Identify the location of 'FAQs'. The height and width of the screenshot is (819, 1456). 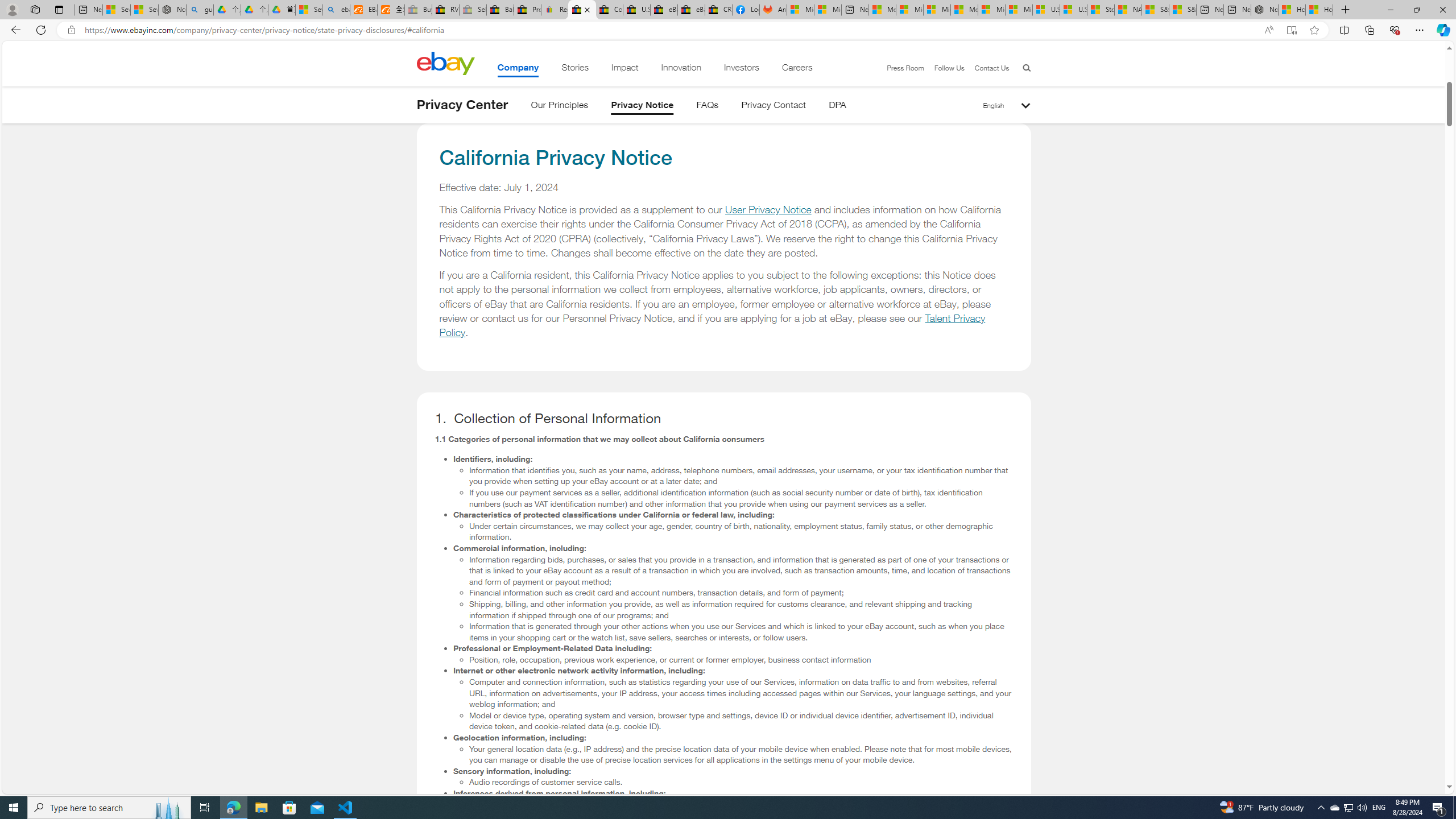
(707, 106).